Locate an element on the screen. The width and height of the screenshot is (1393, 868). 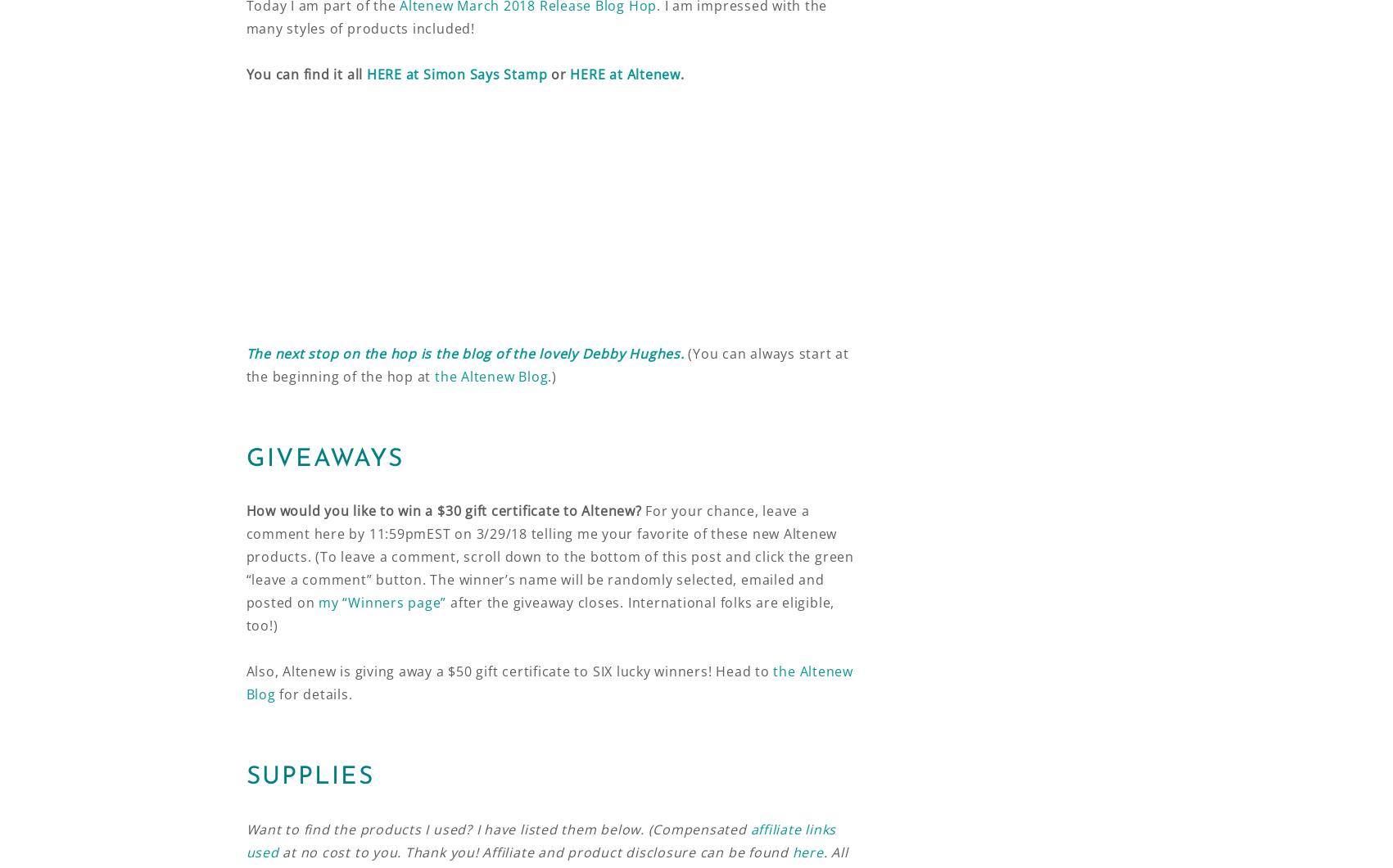
'.' is located at coordinates (681, 73).